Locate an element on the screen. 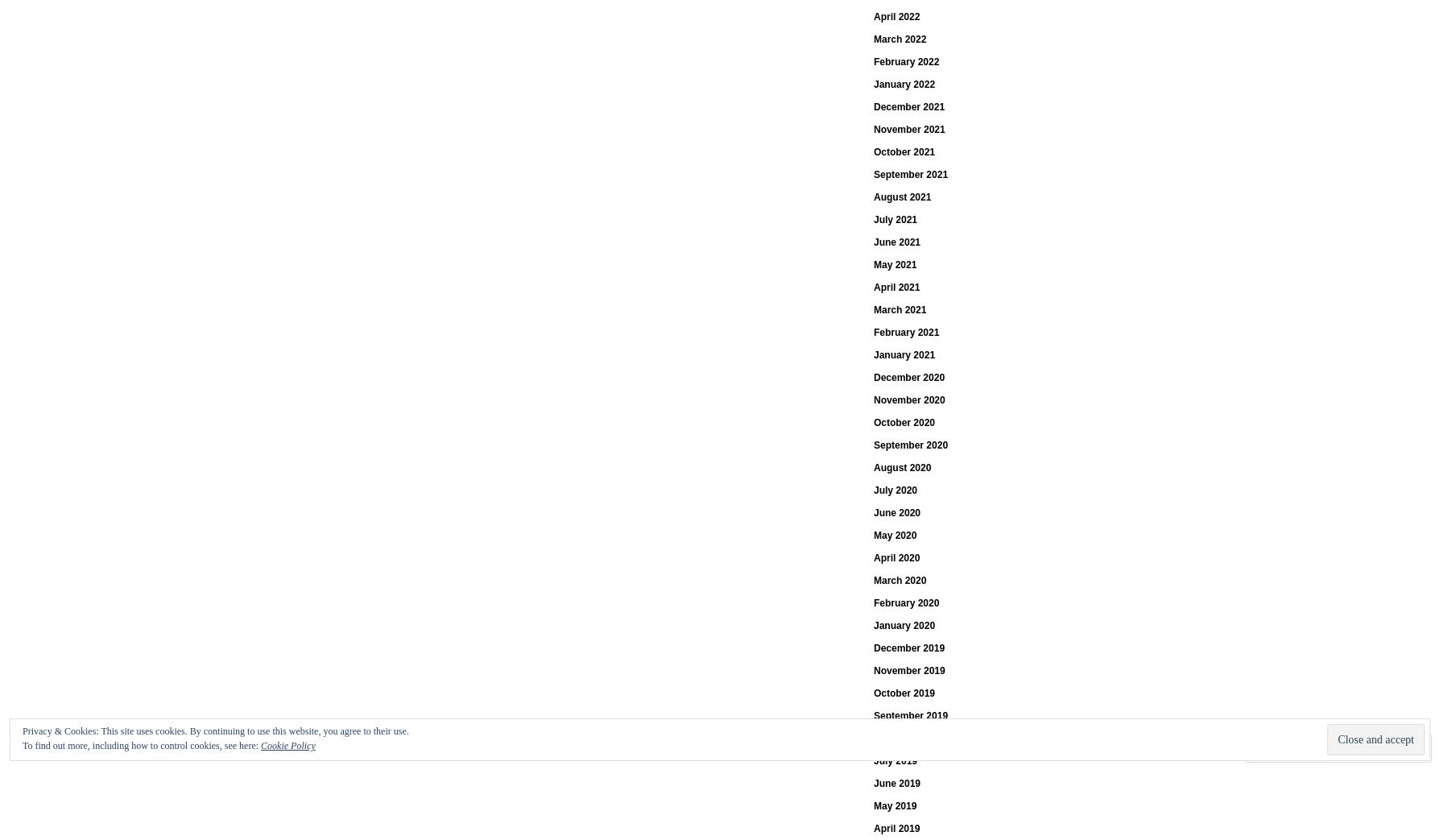  'Comment' is located at coordinates (1273, 747).